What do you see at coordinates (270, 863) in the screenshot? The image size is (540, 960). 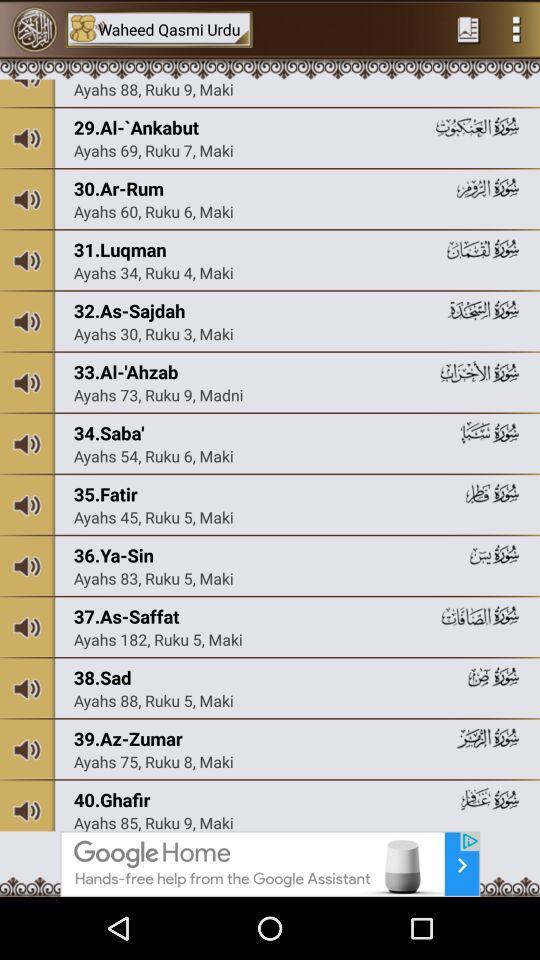 I see `advetisement link` at bounding box center [270, 863].